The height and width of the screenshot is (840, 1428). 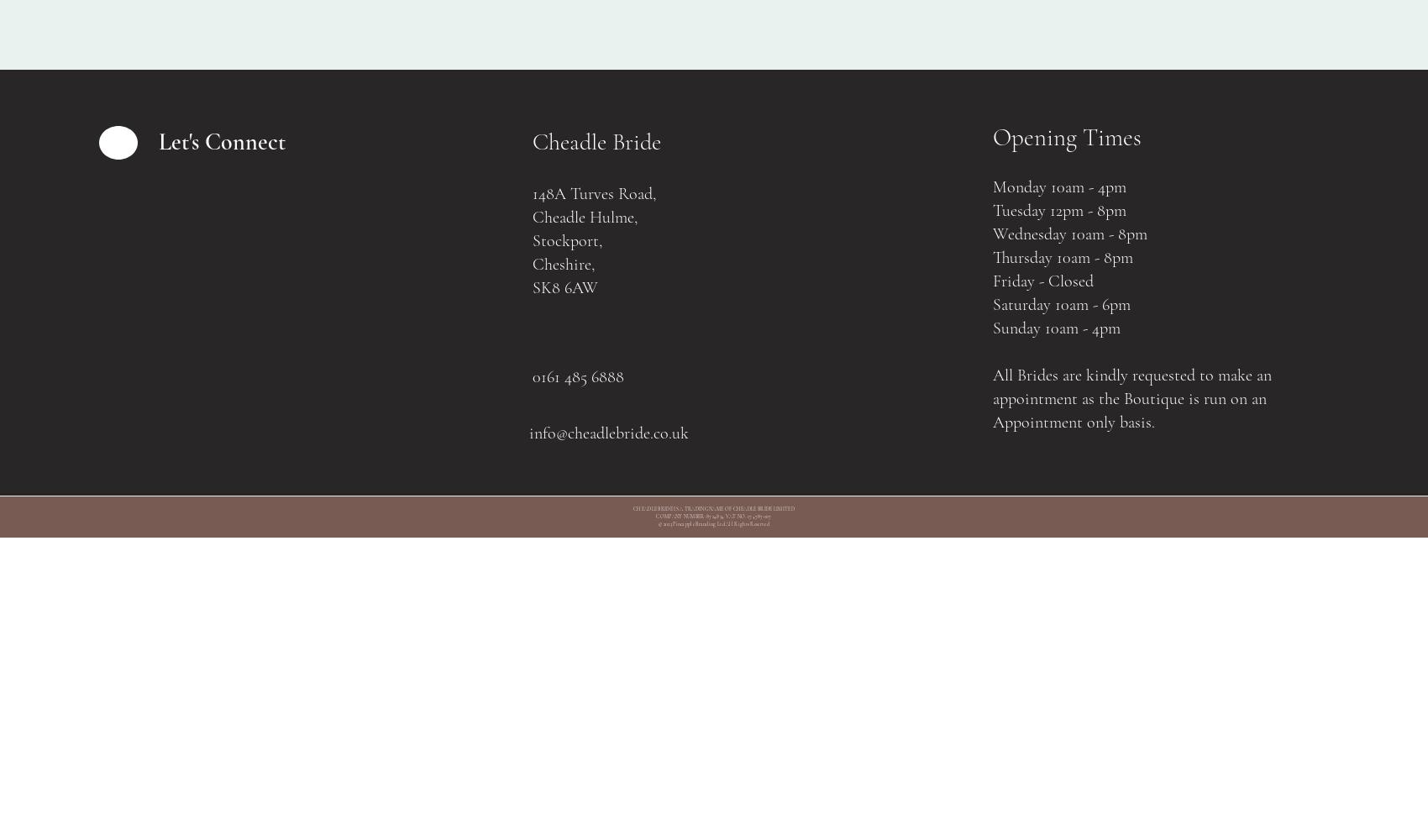 I want to click on 'Cheadle Bride', so click(x=596, y=142).